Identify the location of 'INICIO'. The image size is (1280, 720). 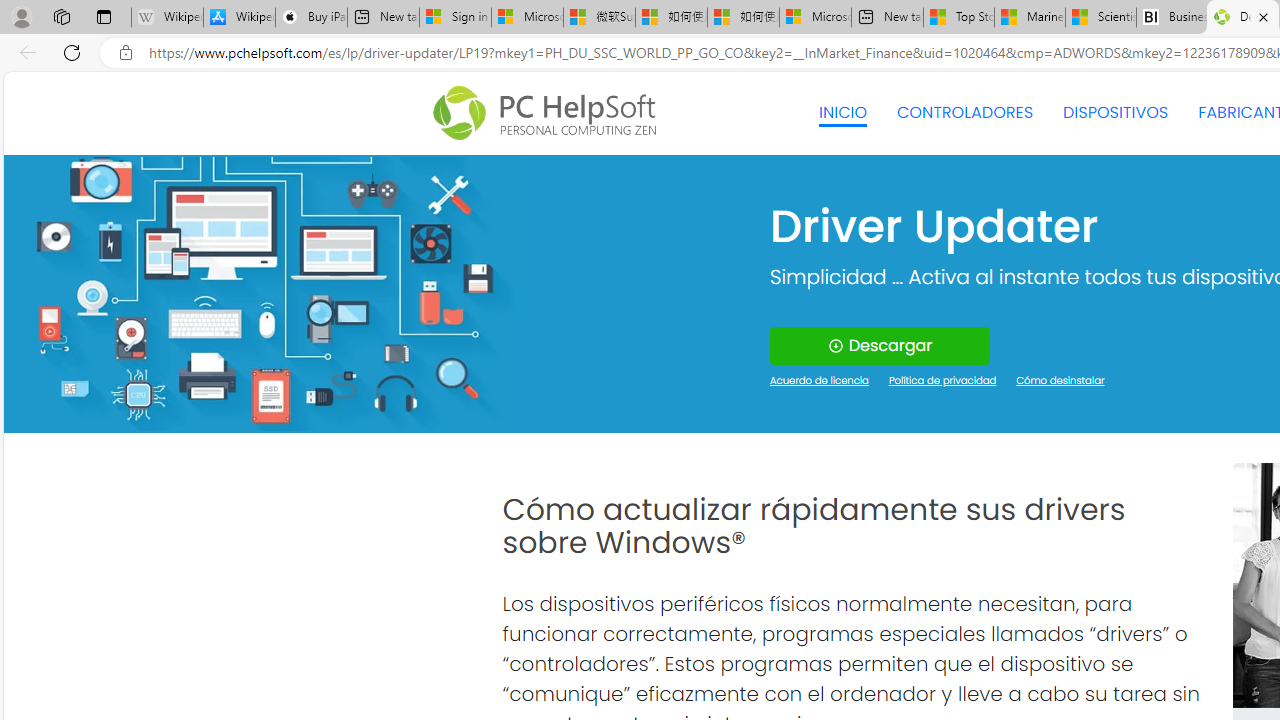
(842, 113).